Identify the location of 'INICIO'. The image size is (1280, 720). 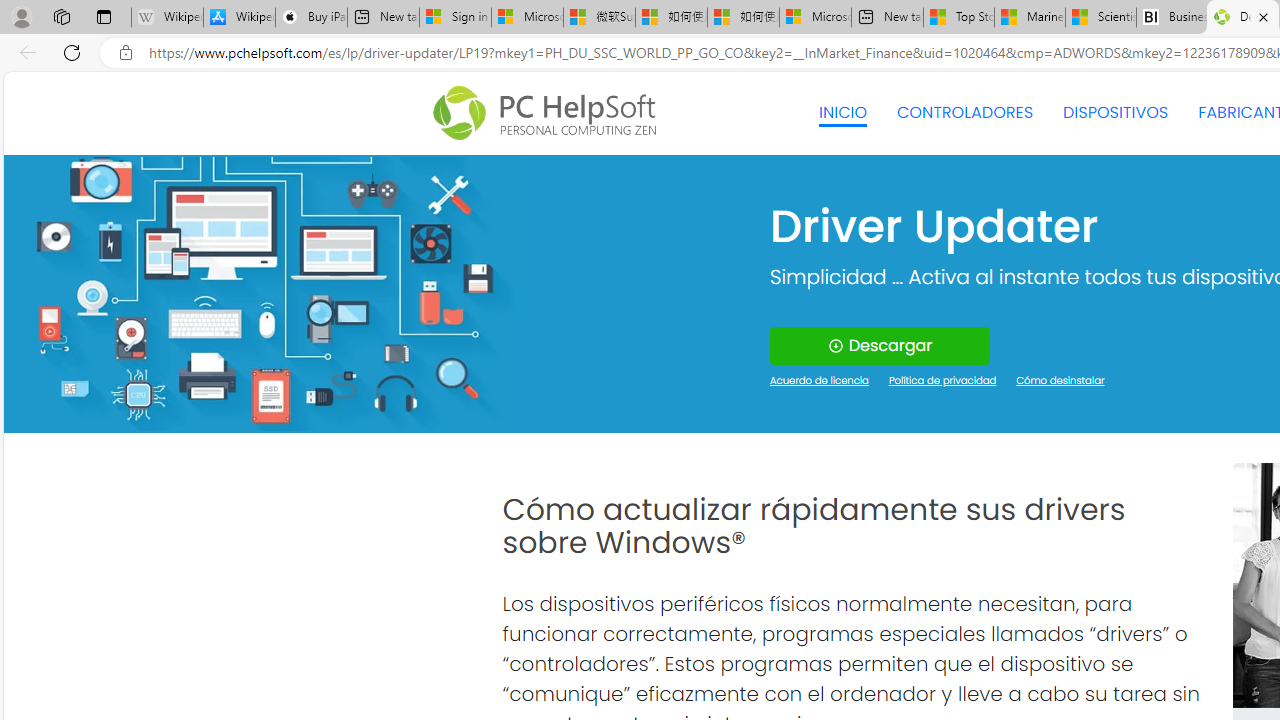
(842, 113).